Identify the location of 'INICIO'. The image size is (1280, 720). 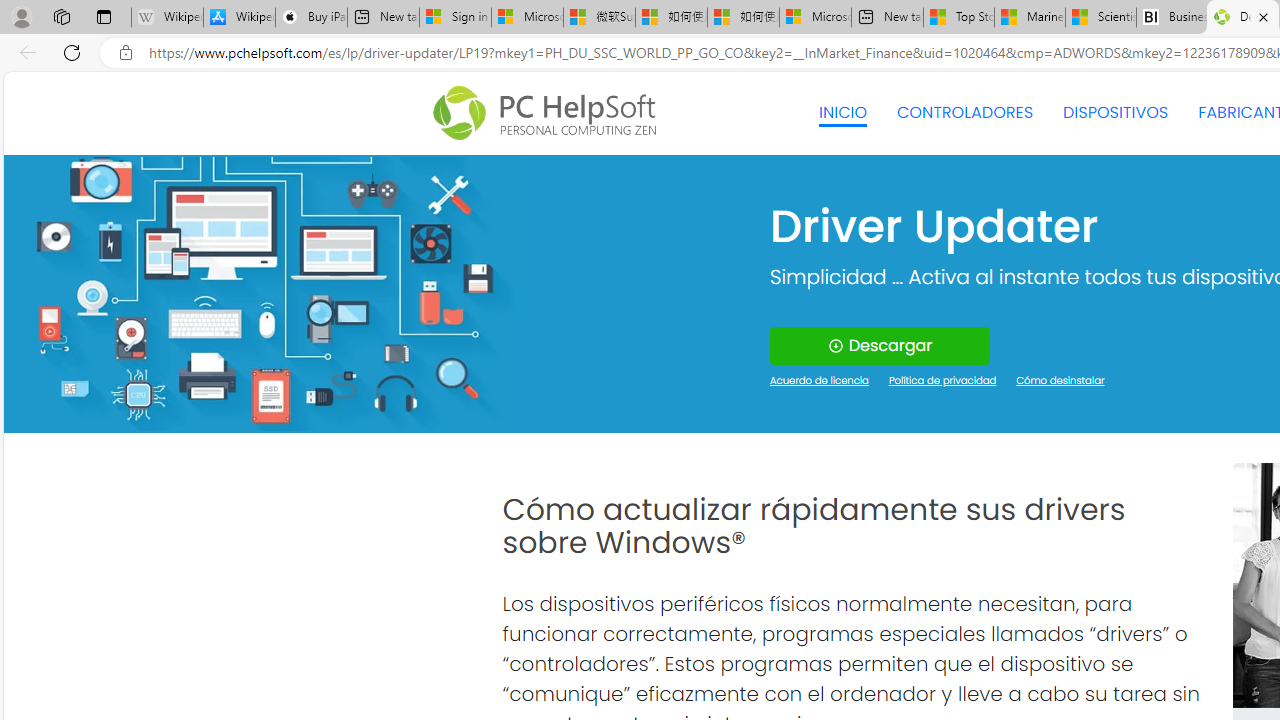
(842, 113).